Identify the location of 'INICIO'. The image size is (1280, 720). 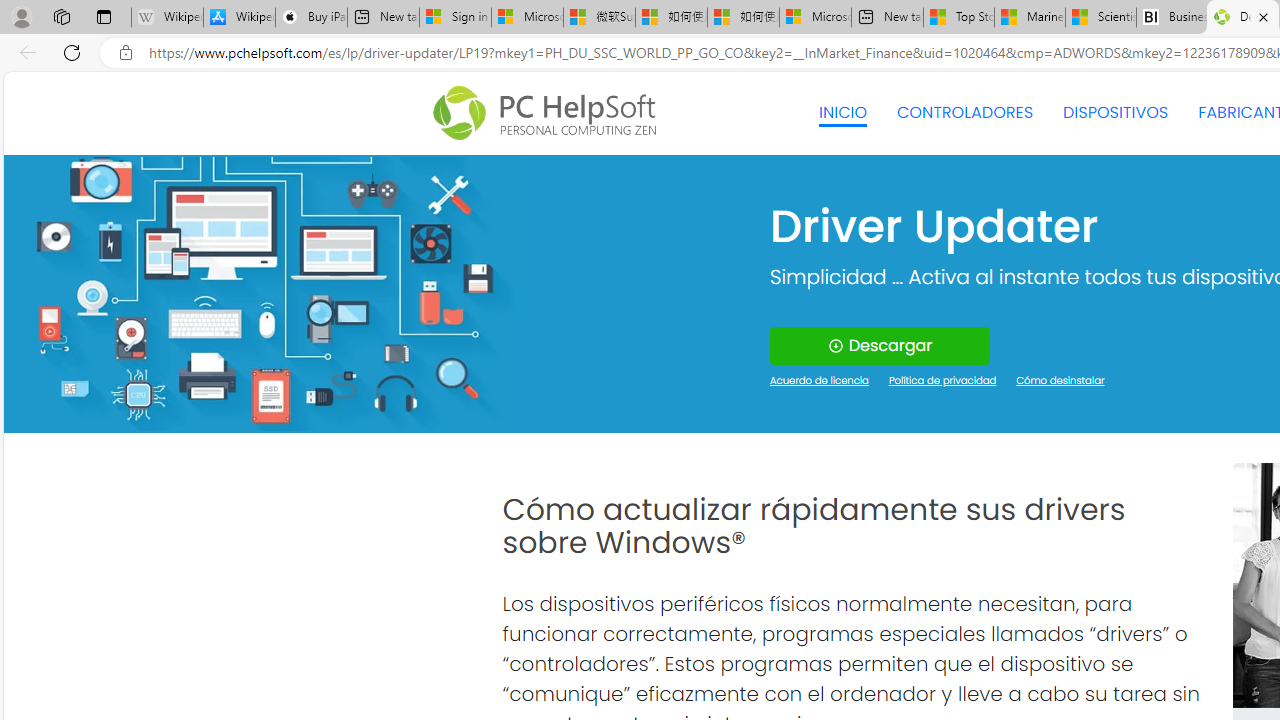
(842, 113).